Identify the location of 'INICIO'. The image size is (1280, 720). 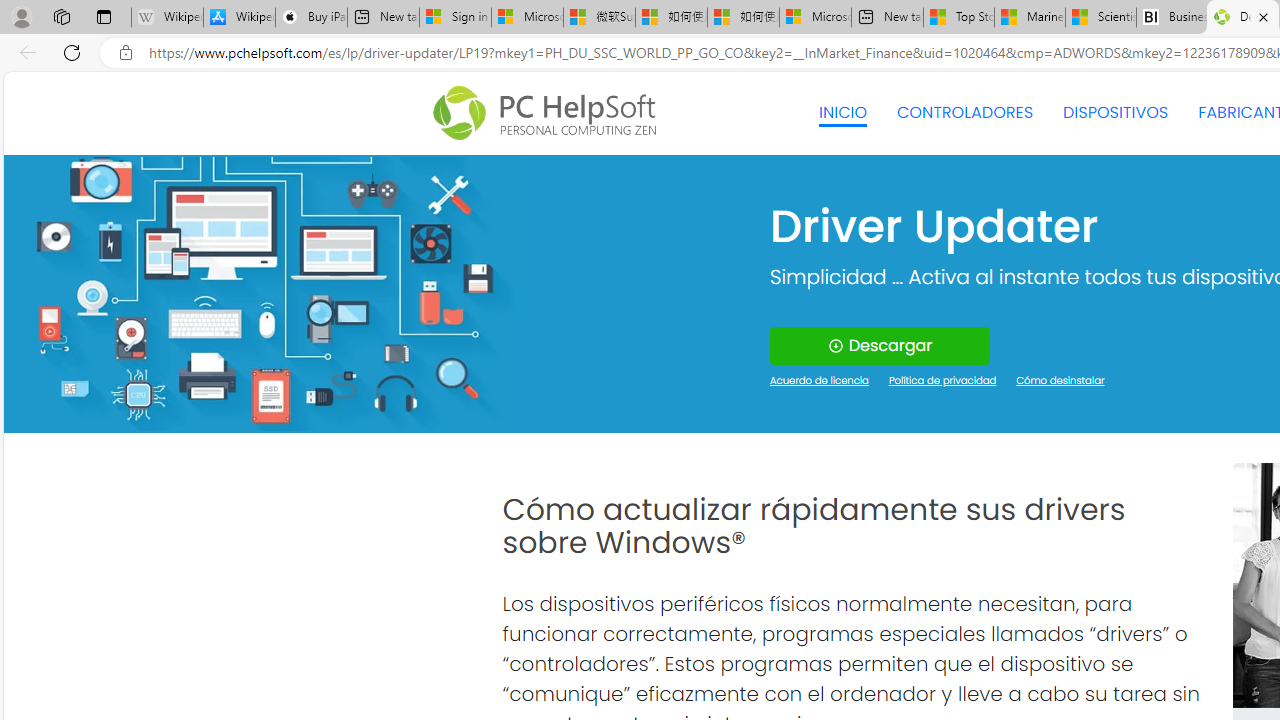
(842, 113).